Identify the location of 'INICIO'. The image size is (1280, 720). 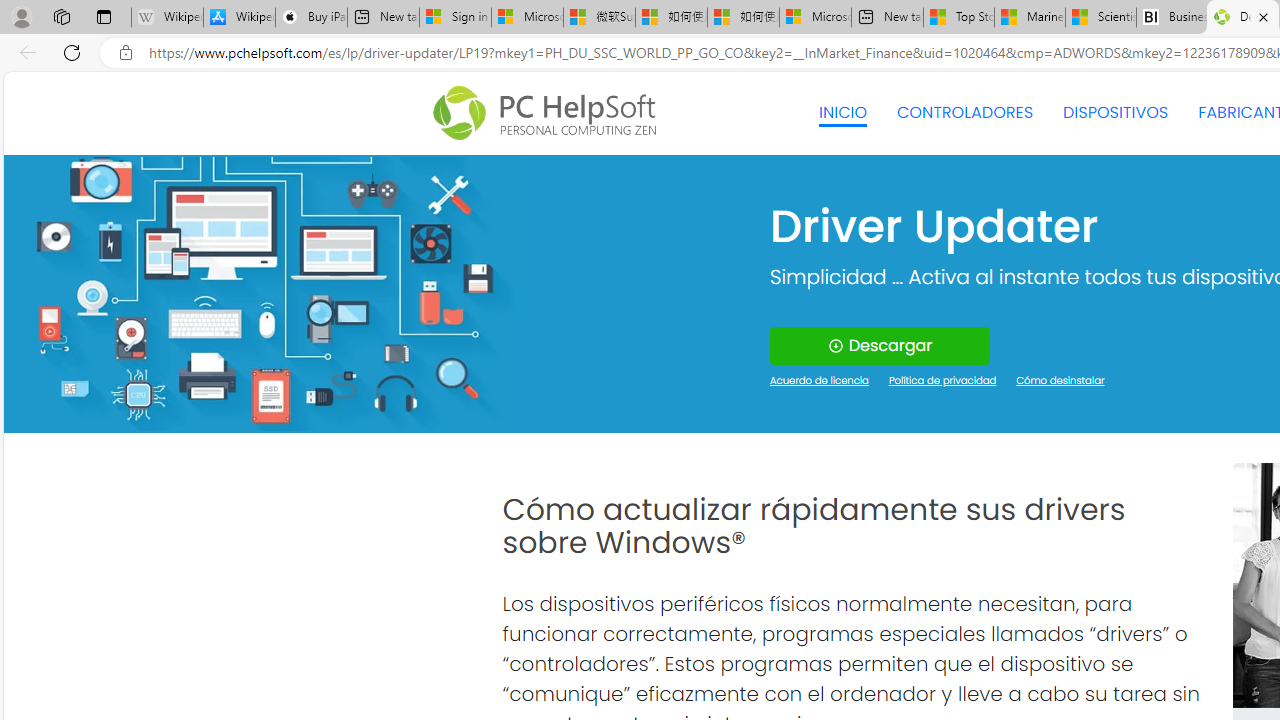
(842, 113).